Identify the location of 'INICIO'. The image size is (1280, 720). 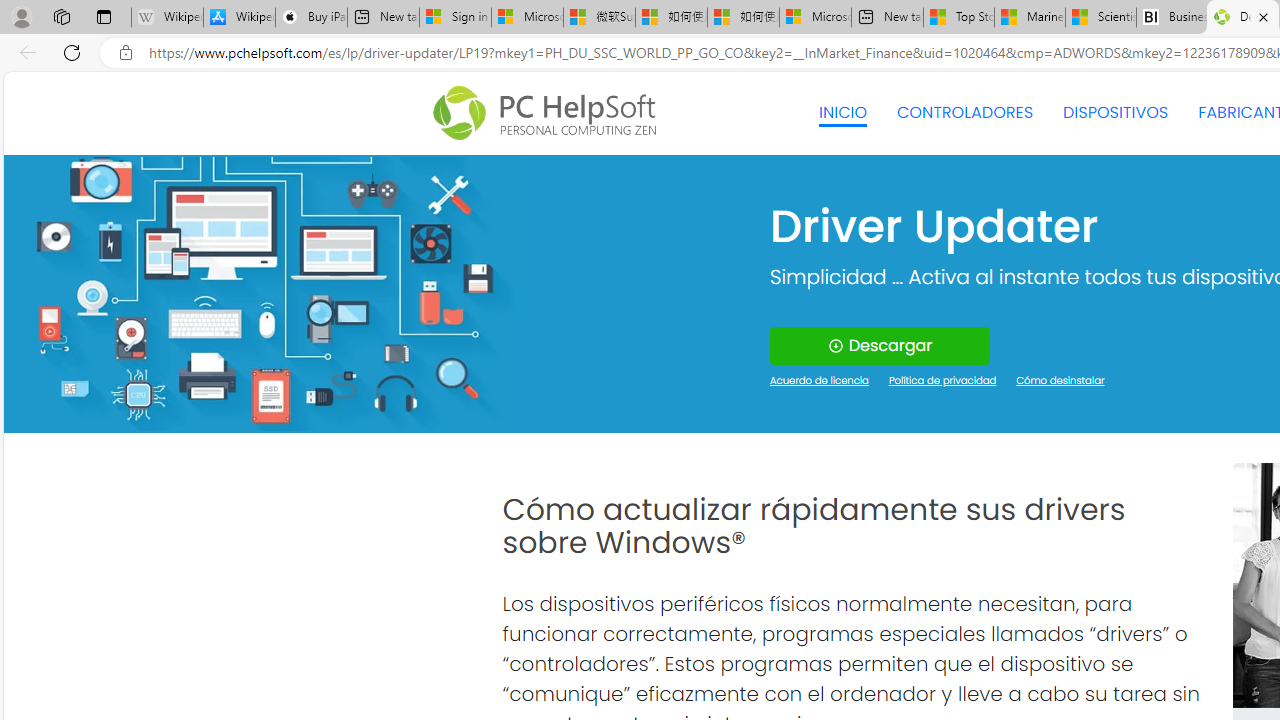
(842, 113).